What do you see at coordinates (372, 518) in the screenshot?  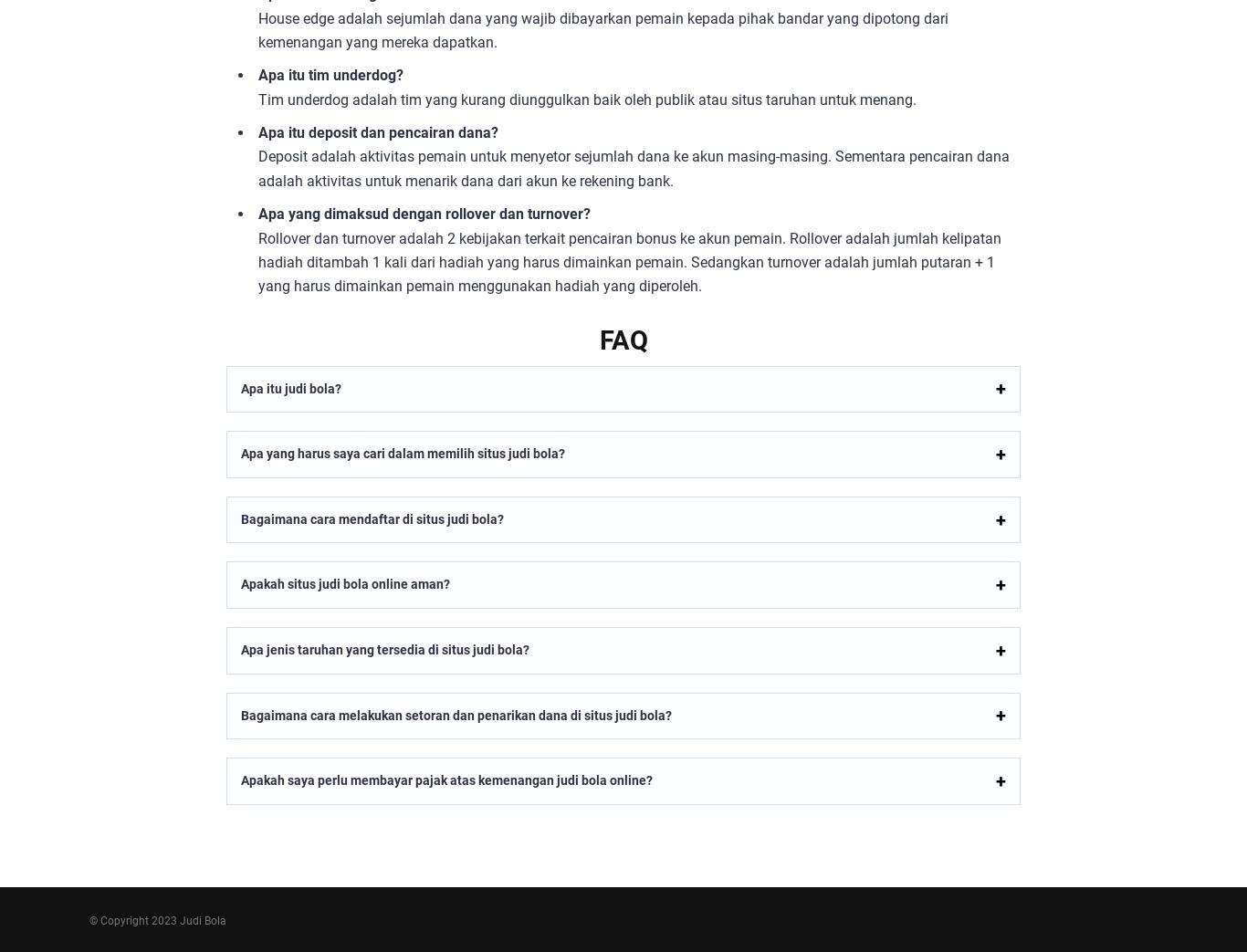 I see `'Bagaimana cara mendaftar di situs judi bola?'` at bounding box center [372, 518].